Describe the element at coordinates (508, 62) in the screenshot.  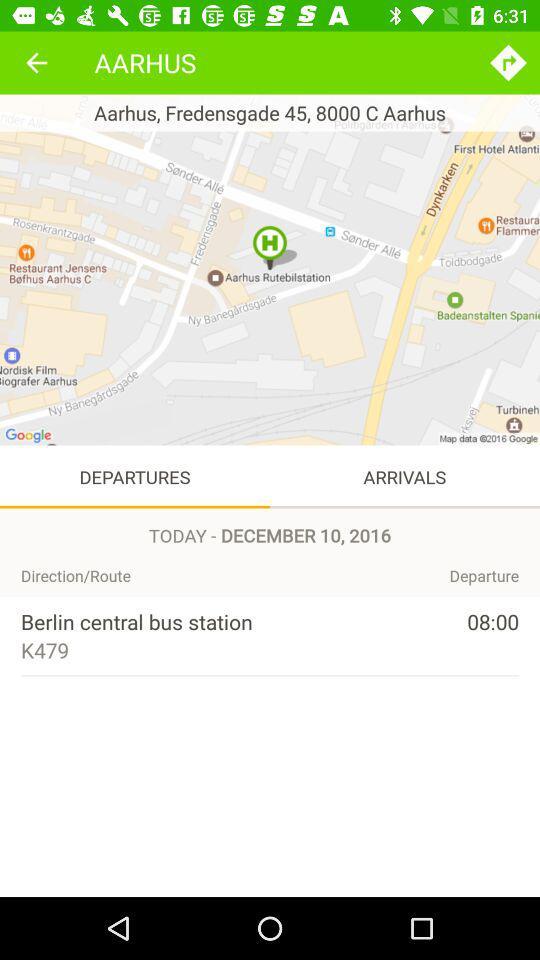
I see `the item next to the aarhus icon` at that location.